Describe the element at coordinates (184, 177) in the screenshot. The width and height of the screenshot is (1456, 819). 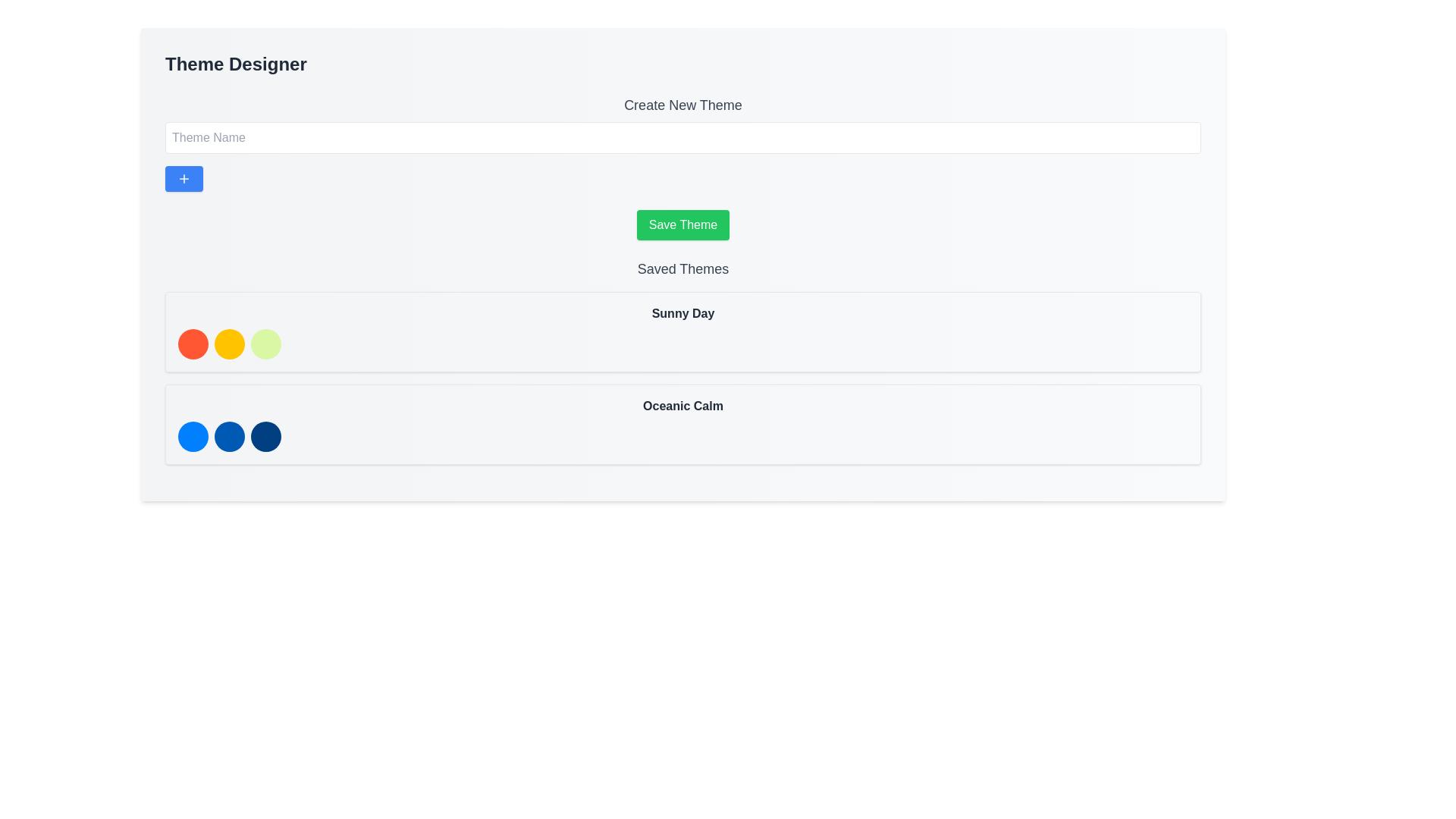
I see `the button located in the top-left section of the interface, next to the input field labeled 'Theme Name'` at that location.